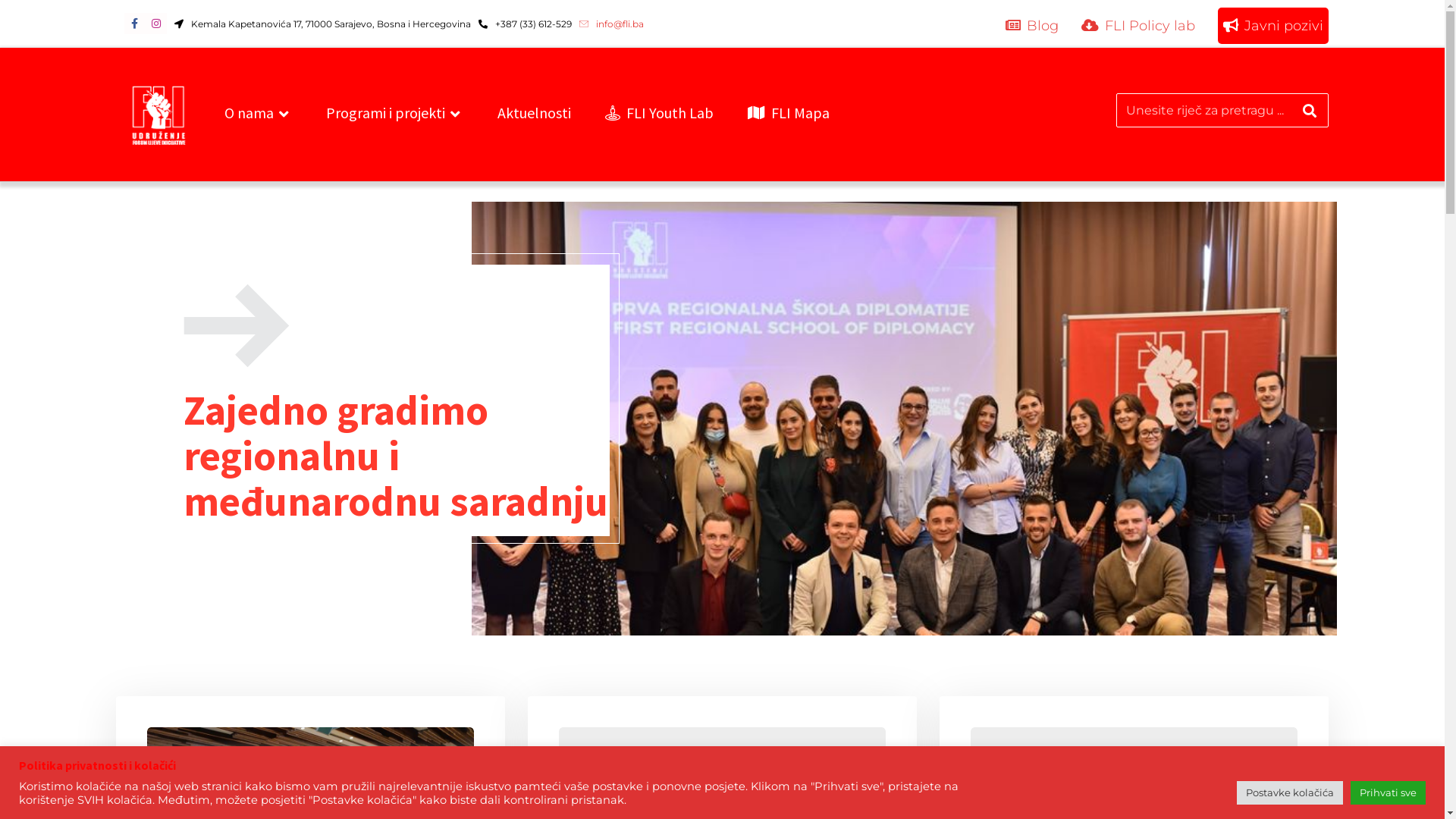  What do you see at coordinates (1273, 26) in the screenshot?
I see `'Javni pozivi'` at bounding box center [1273, 26].